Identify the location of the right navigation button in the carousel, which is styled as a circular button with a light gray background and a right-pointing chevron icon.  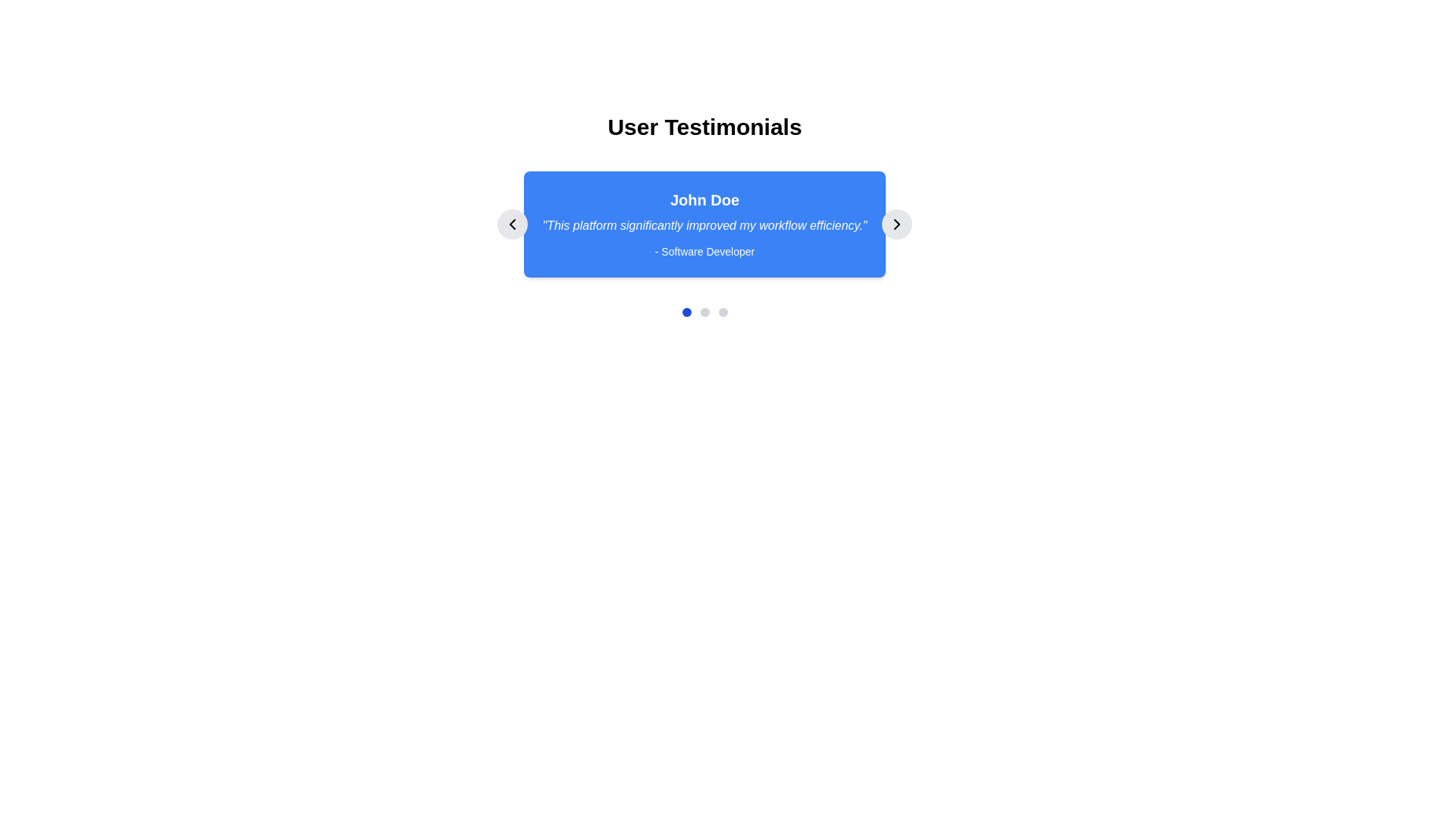
(896, 224).